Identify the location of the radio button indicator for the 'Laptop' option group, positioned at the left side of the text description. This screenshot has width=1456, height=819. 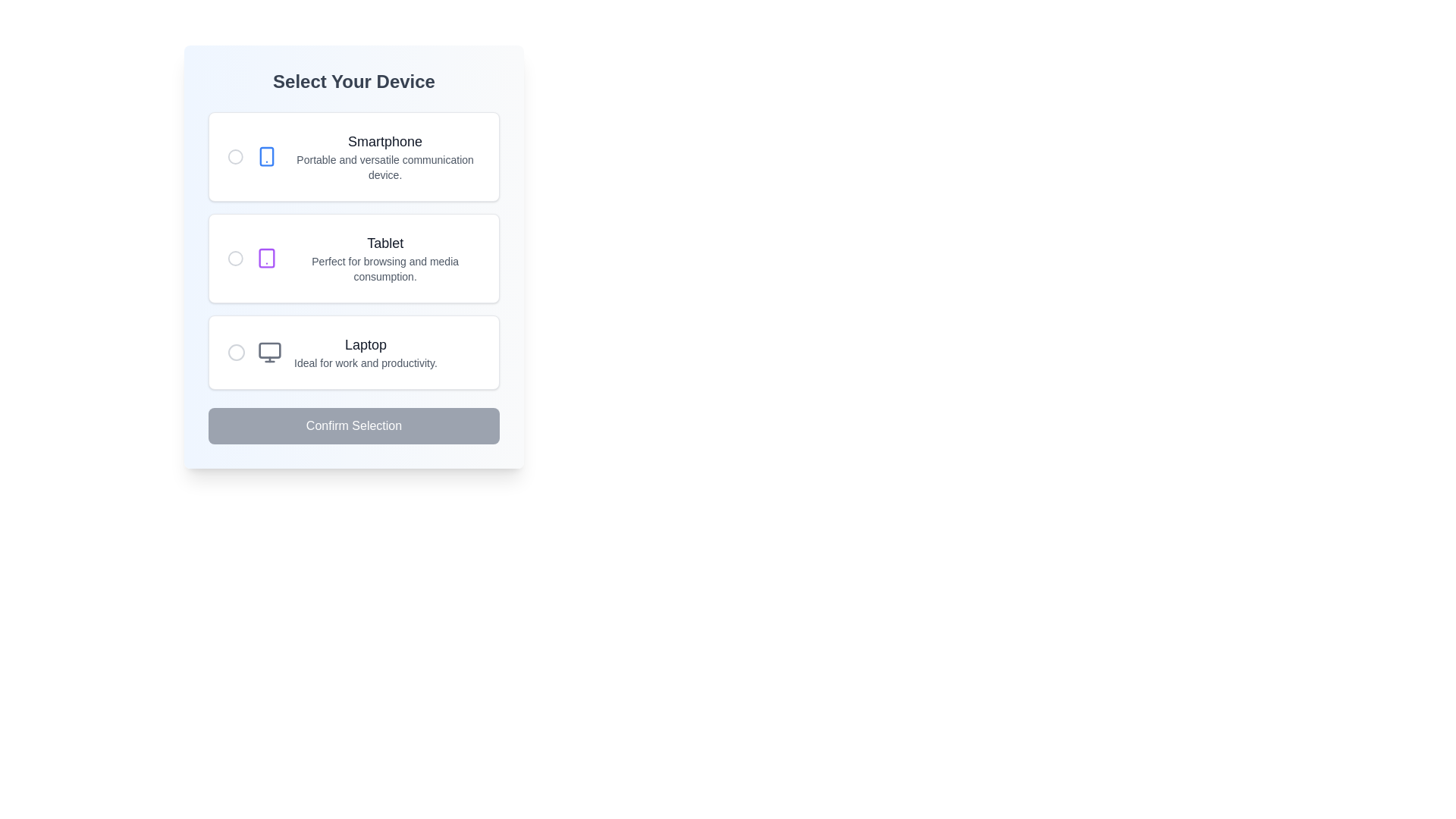
(236, 353).